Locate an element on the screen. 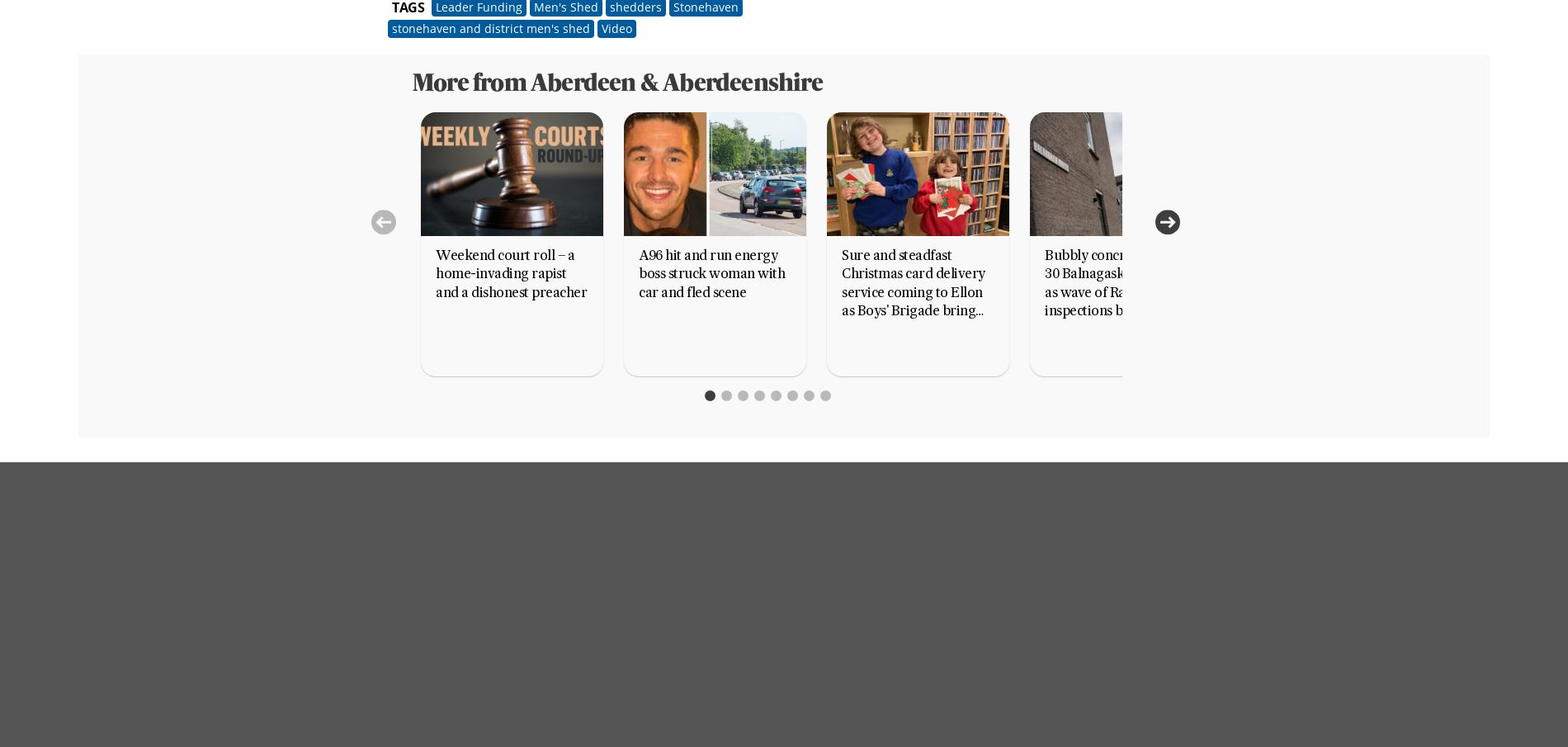  'Video' is located at coordinates (601, 27).